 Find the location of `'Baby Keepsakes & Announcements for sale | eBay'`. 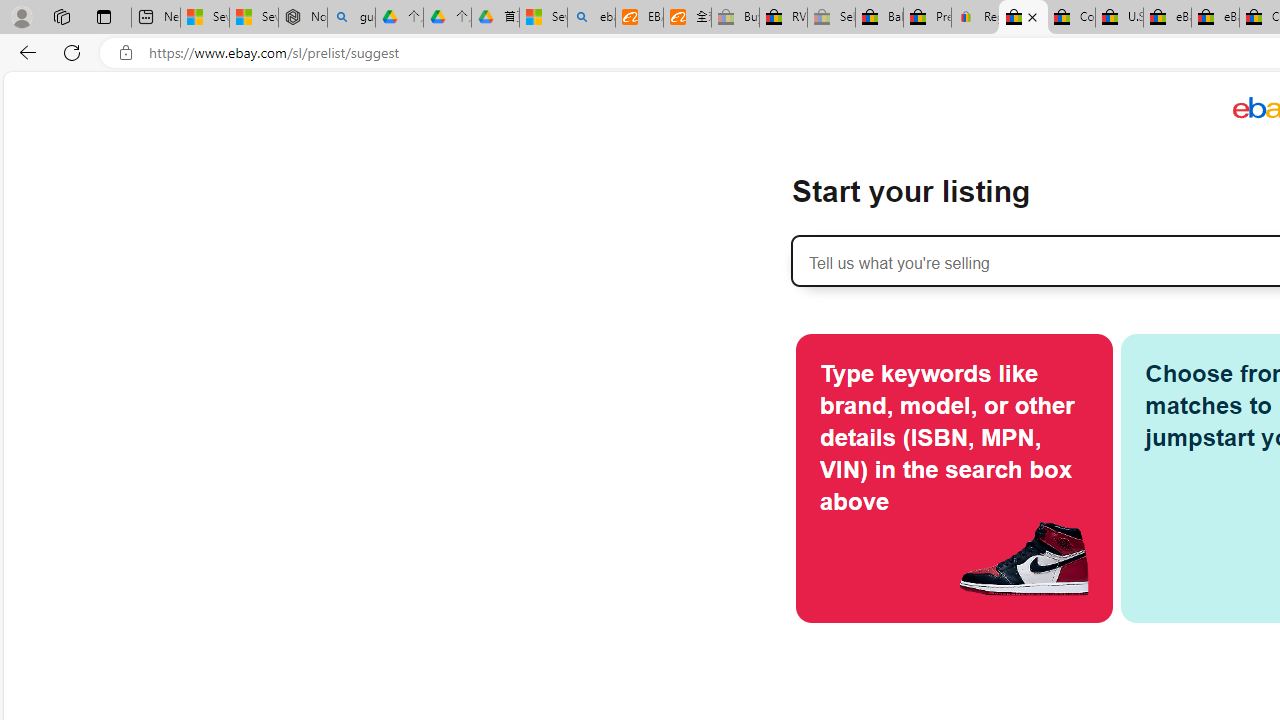

'Baby Keepsakes & Announcements for sale | eBay' is located at coordinates (879, 17).